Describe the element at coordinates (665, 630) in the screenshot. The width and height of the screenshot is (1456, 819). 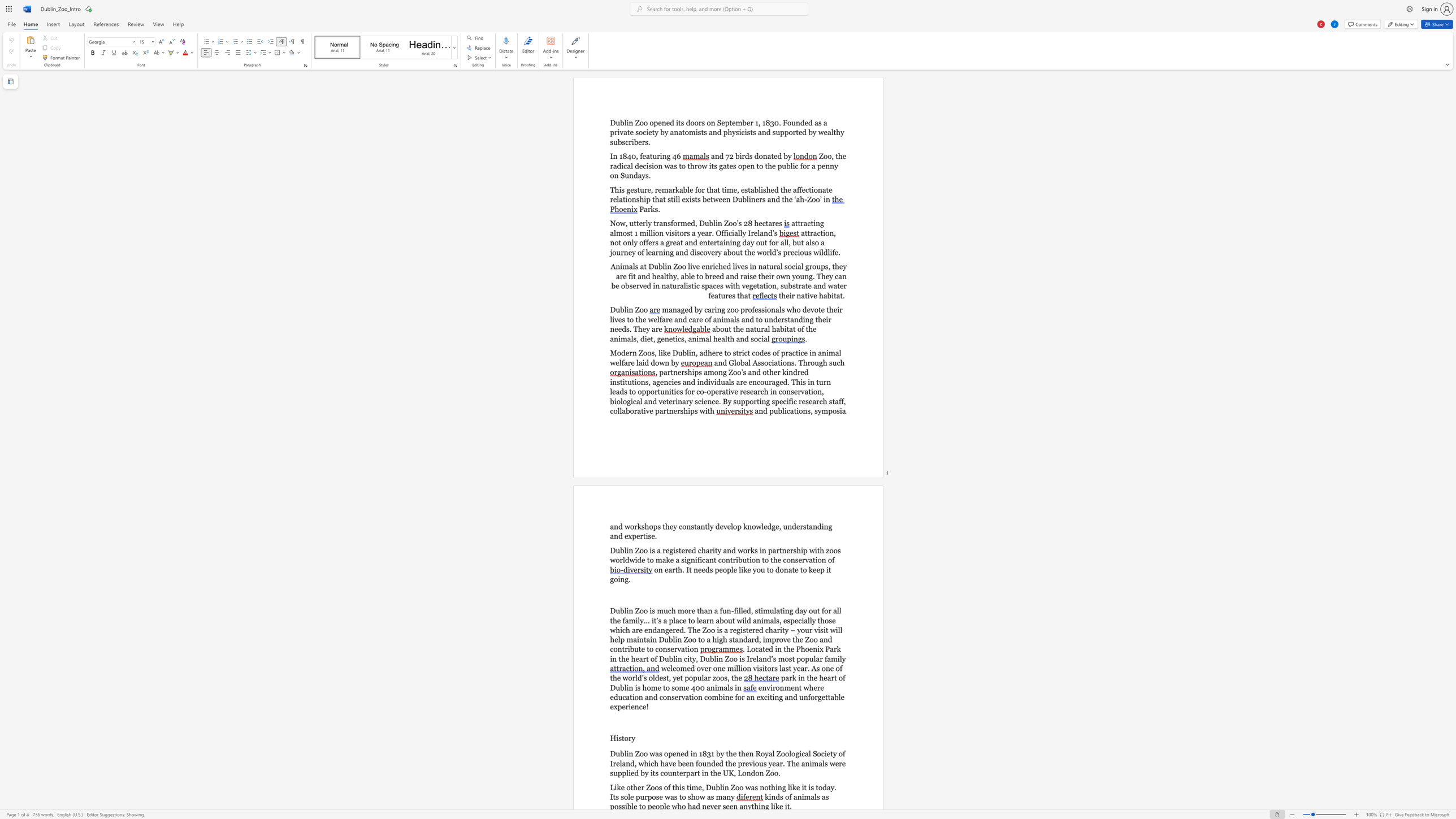
I see `the subset text "gered. The Zoo is a registered charity – your visit will he" within the text "a place to learn about wild animals, especially those which are endangered. The Zoo is a registered charity – your visit will help"` at that location.